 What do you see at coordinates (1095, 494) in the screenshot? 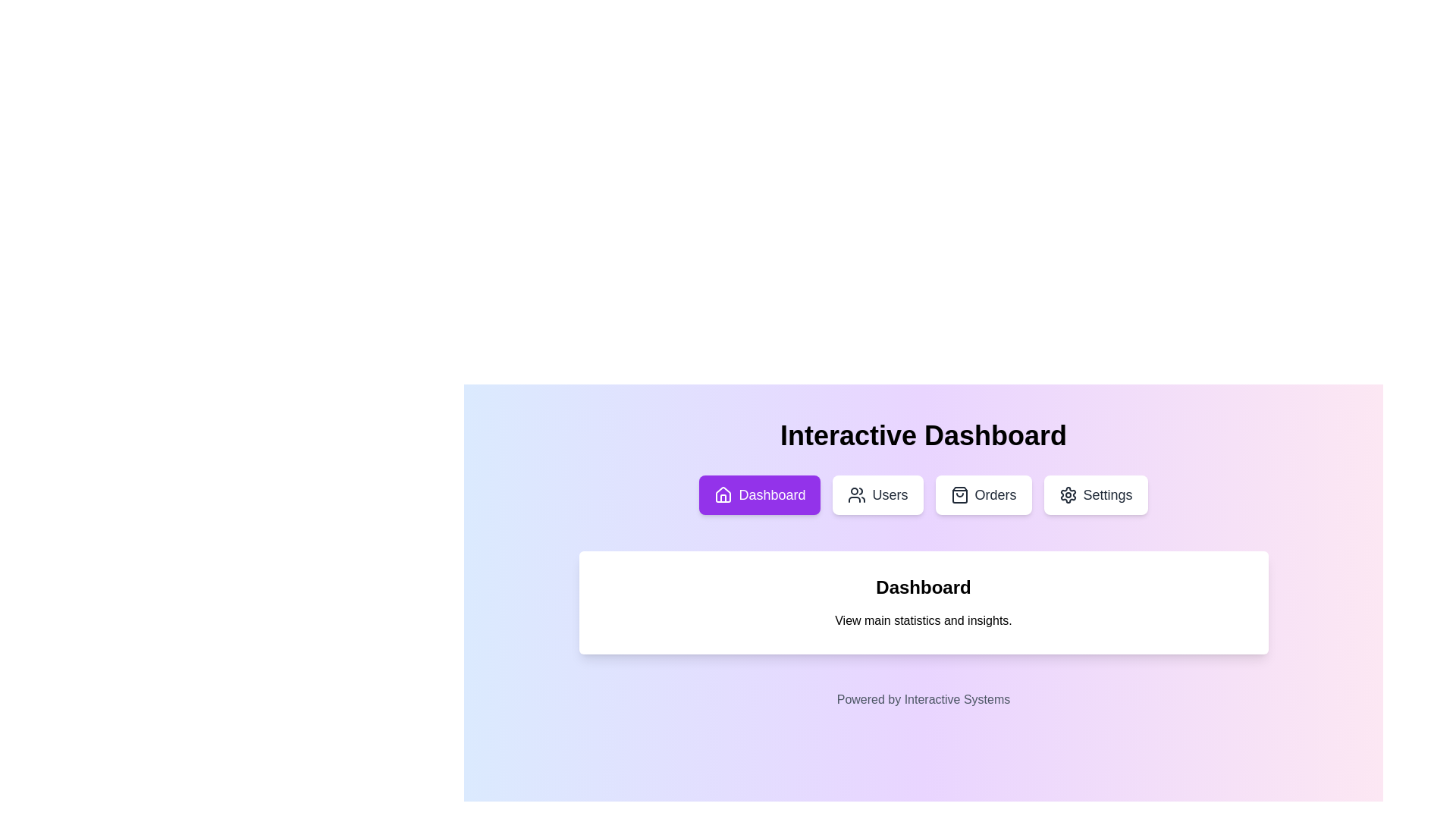
I see `the 'Settings' button` at bounding box center [1095, 494].